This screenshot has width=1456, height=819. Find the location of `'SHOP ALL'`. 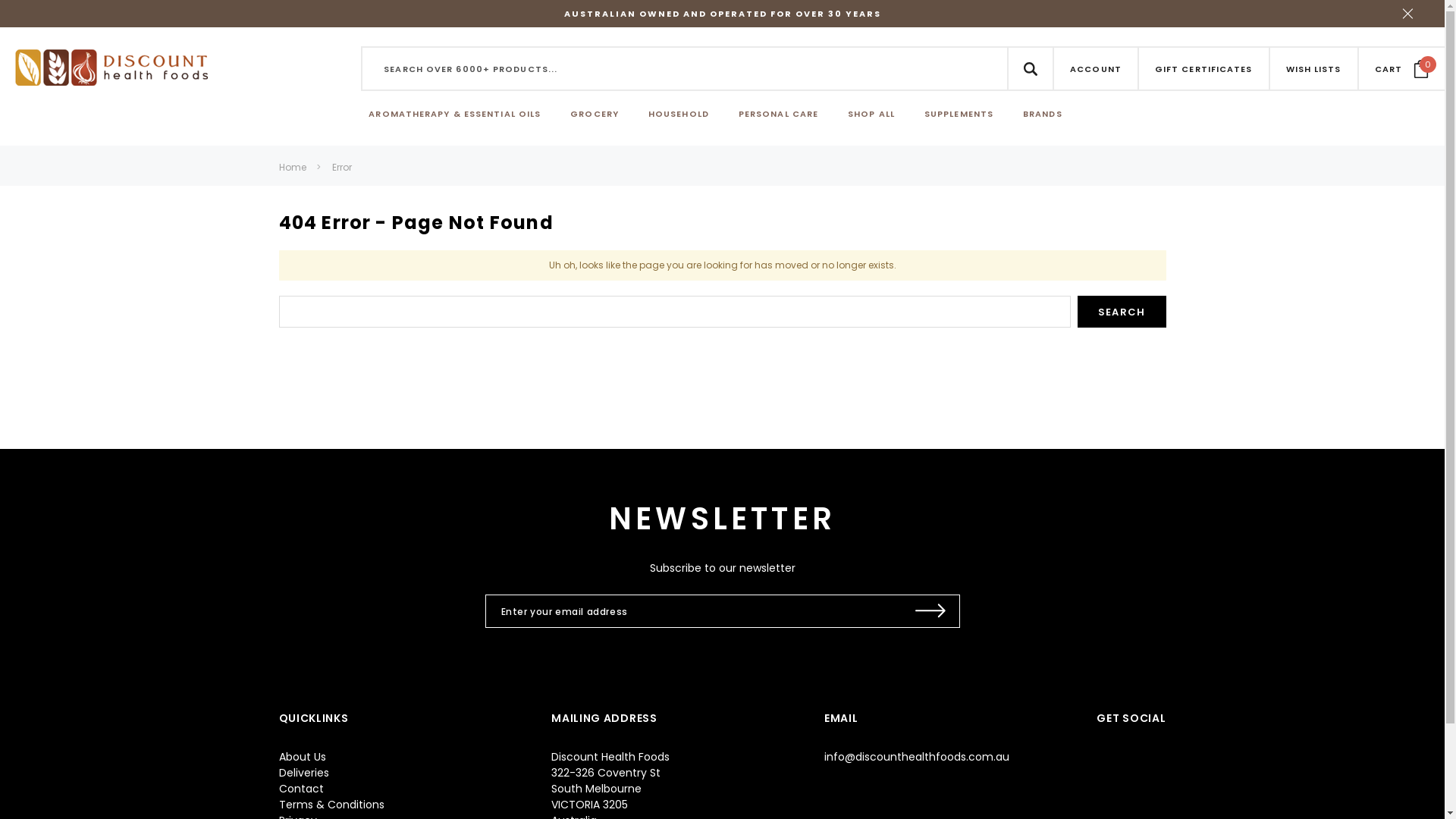

'SHOP ALL' is located at coordinates (871, 113).